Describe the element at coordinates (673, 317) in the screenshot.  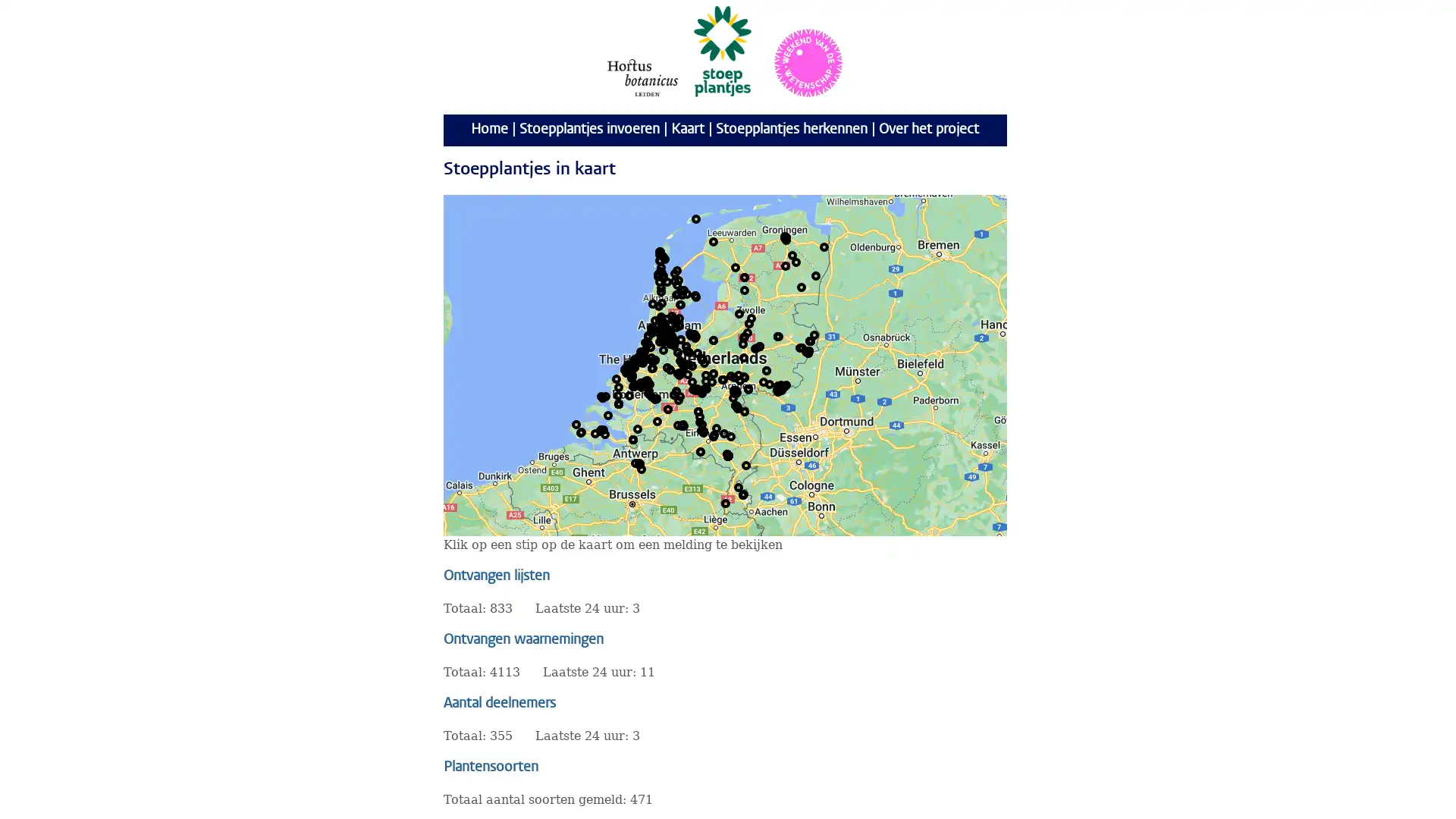
I see `Telling van Anna op 30 mei 2022` at that location.